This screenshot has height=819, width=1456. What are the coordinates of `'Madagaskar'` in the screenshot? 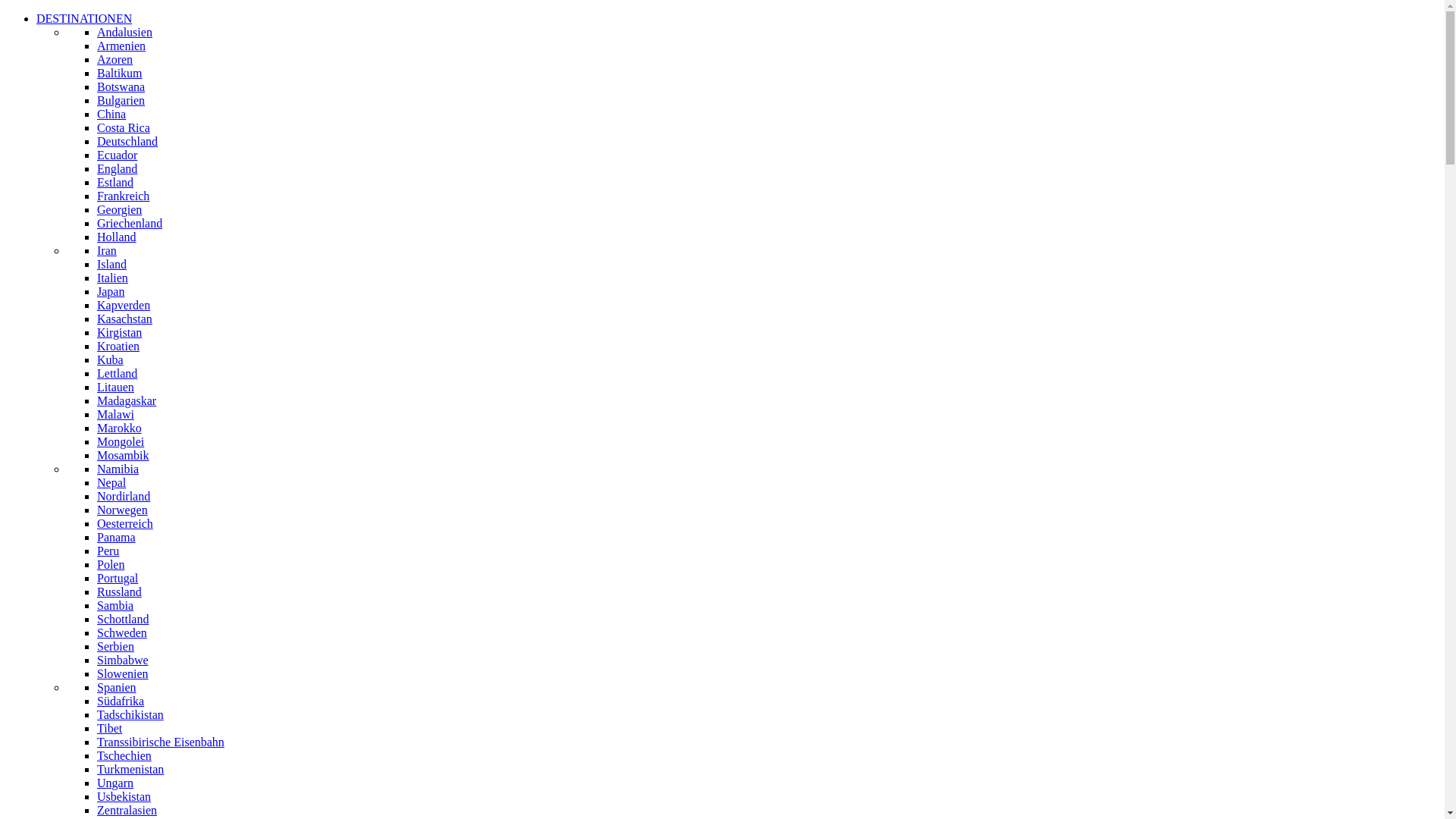 It's located at (127, 400).